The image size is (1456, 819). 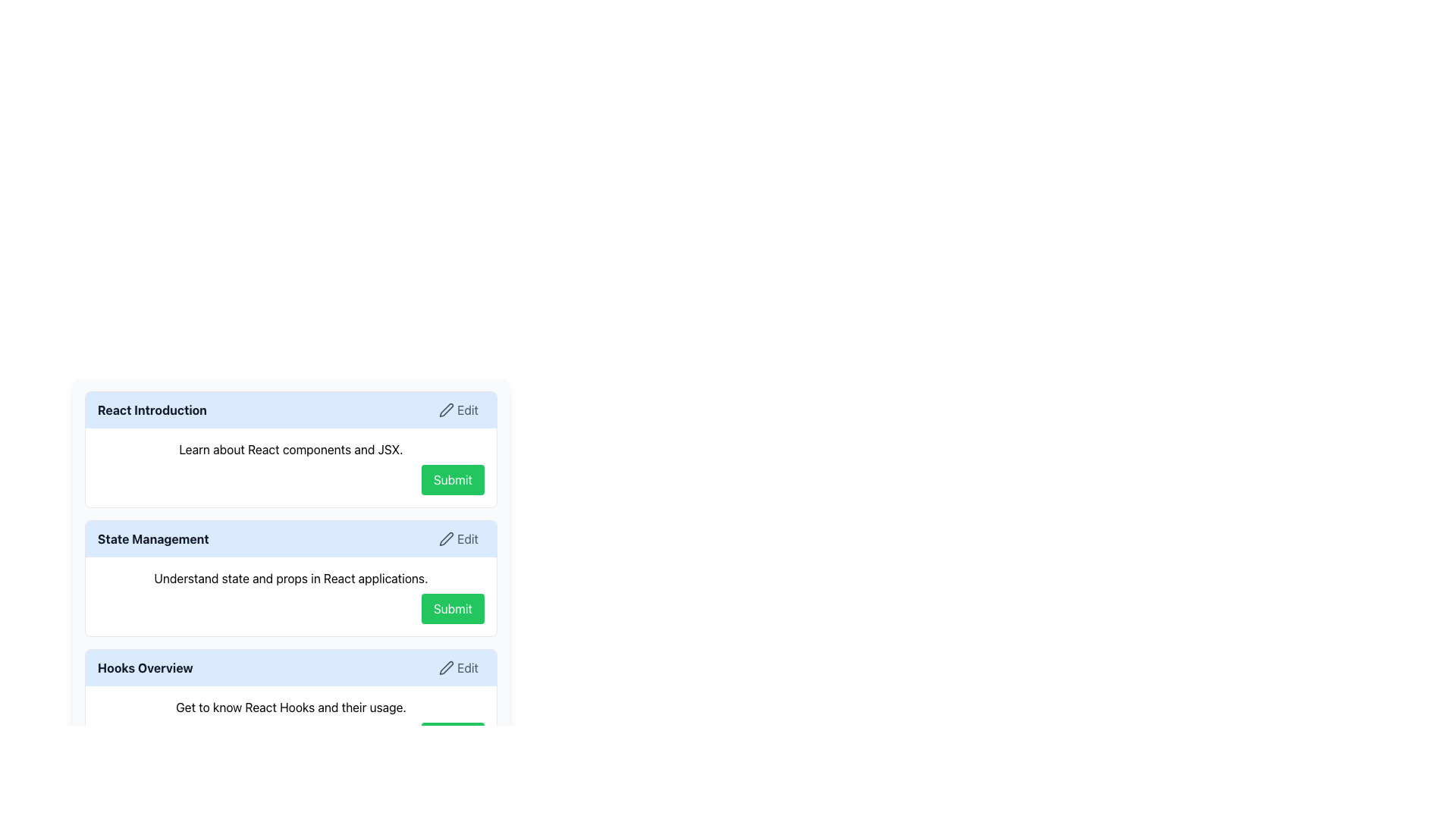 I want to click on the text label displaying 'Learn about React components and JSX.' which is positioned below the 'React Introduction' header and above the 'Submit' button, so click(x=291, y=449).